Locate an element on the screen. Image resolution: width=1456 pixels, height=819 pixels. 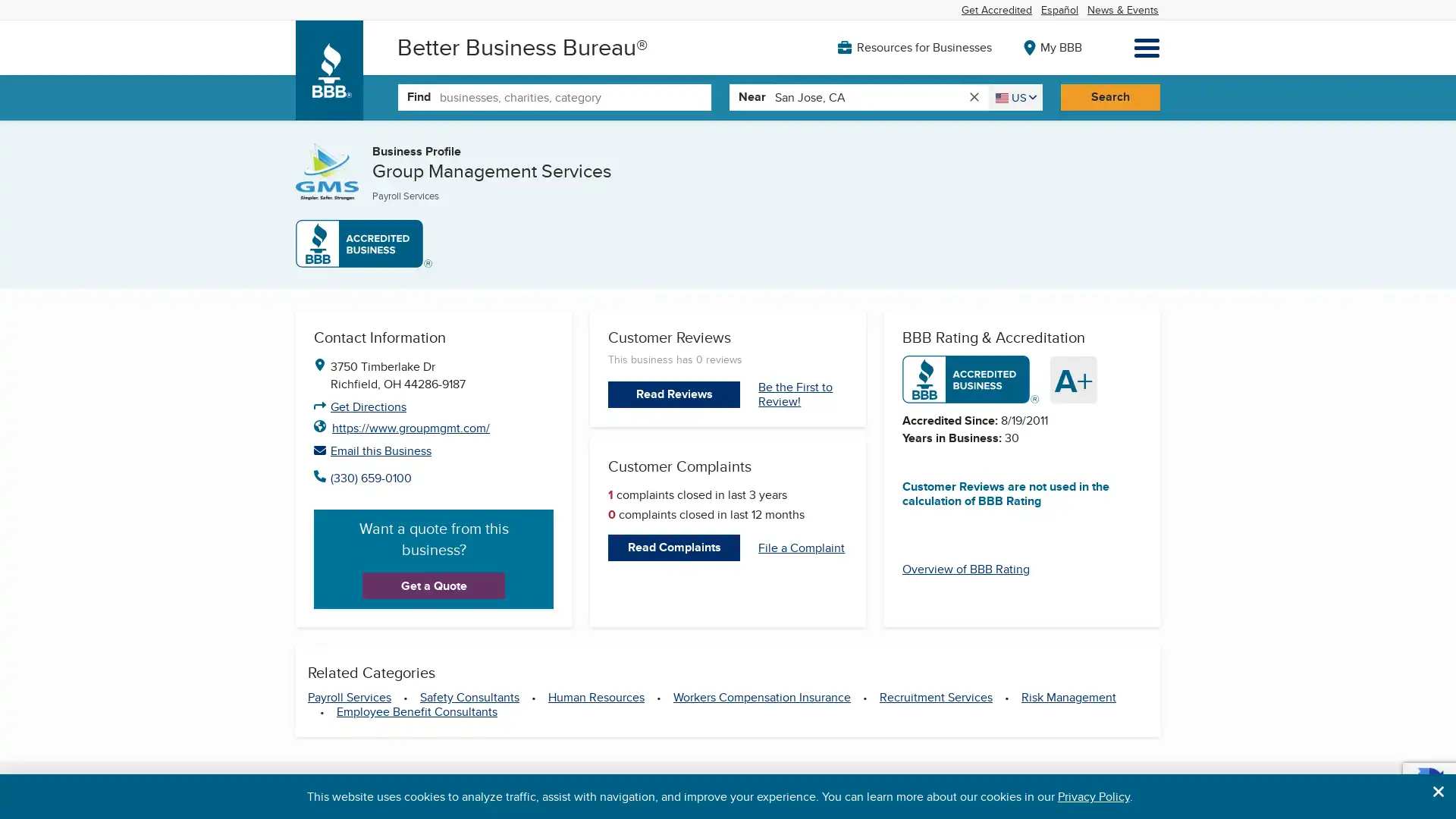
Search is located at coordinates (1109, 96).